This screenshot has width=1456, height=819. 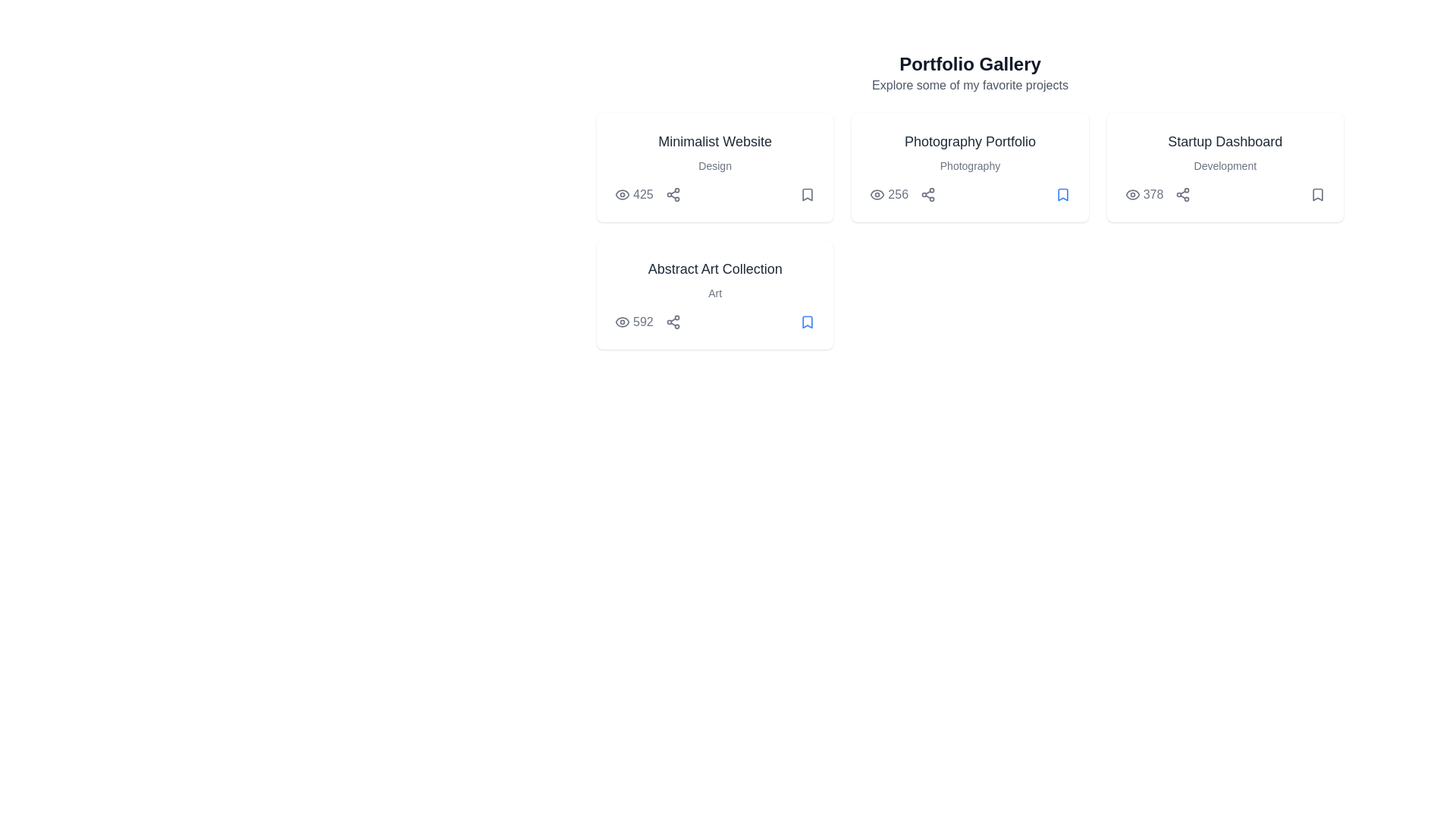 What do you see at coordinates (1156, 194) in the screenshot?
I see `the view counter element located in the top-right area of the 'Startup Dashboard' card, which displays the view count metrics` at bounding box center [1156, 194].